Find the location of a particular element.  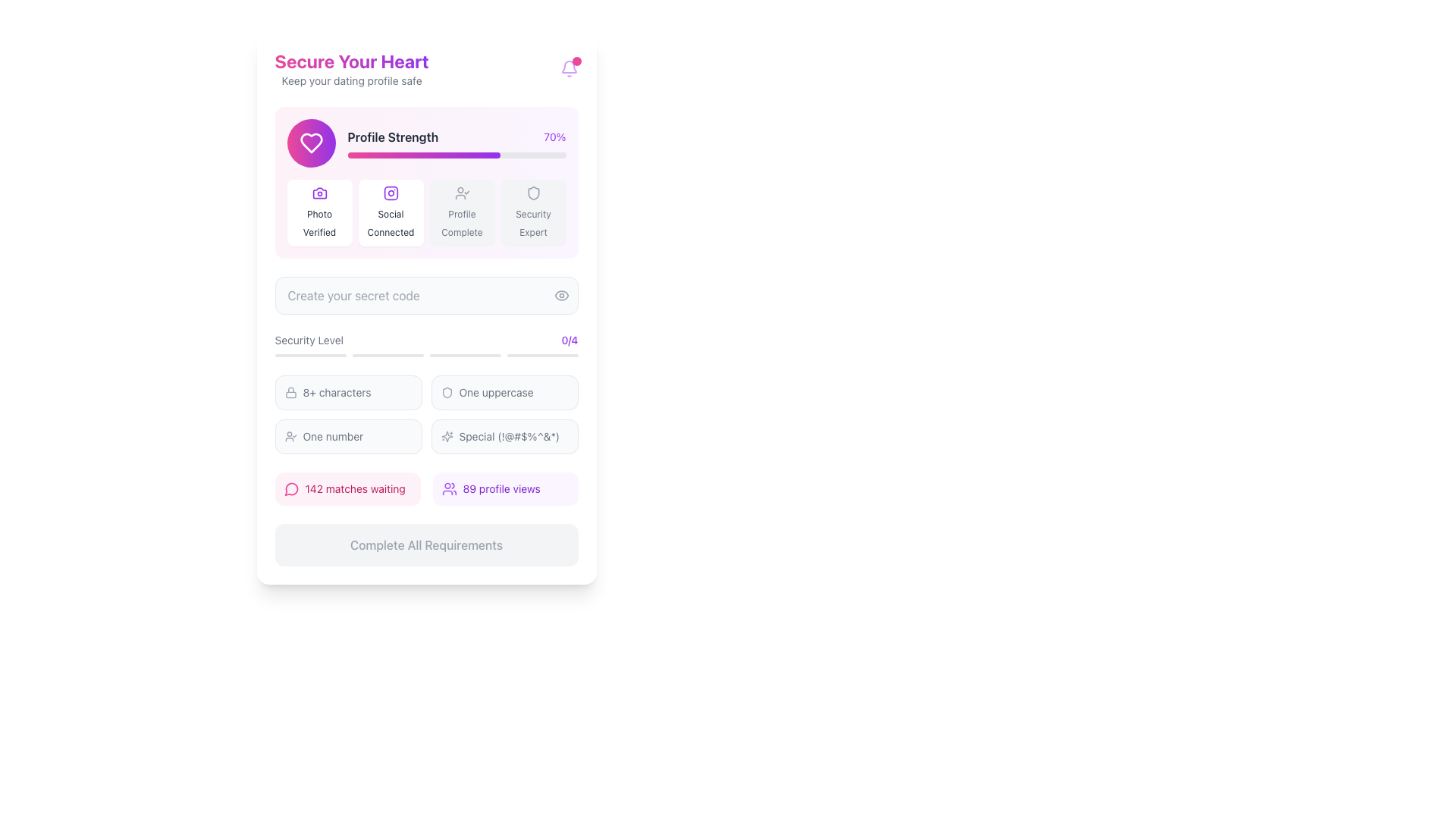

the purple group of people icon located to the left of the text '89 profile views' is located at coordinates (448, 488).